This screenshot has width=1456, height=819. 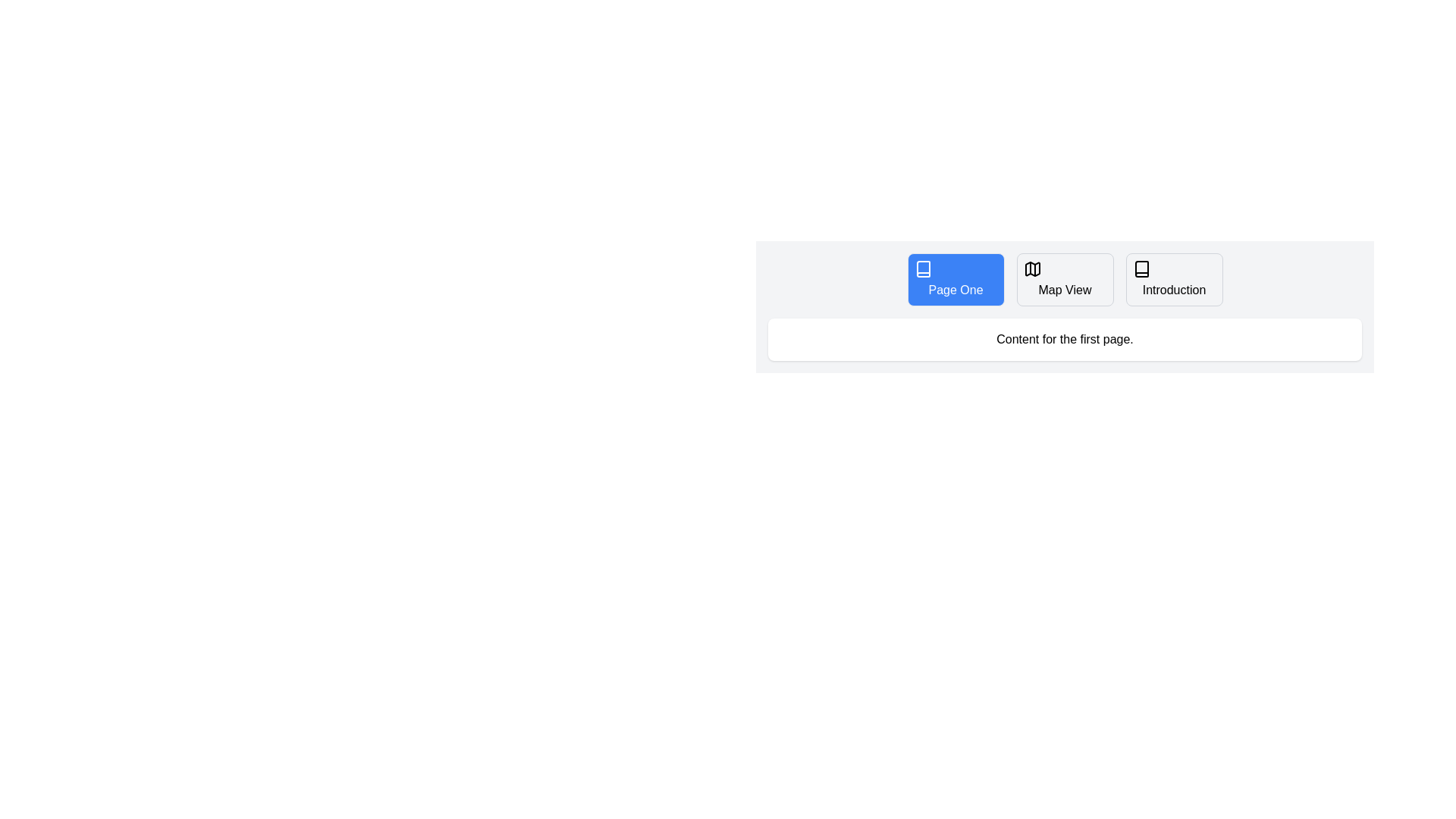 What do you see at coordinates (922, 268) in the screenshot?
I see `the book icon that represents the 'Page One' option, which is centered on a blue button labeled 'Page One'` at bounding box center [922, 268].